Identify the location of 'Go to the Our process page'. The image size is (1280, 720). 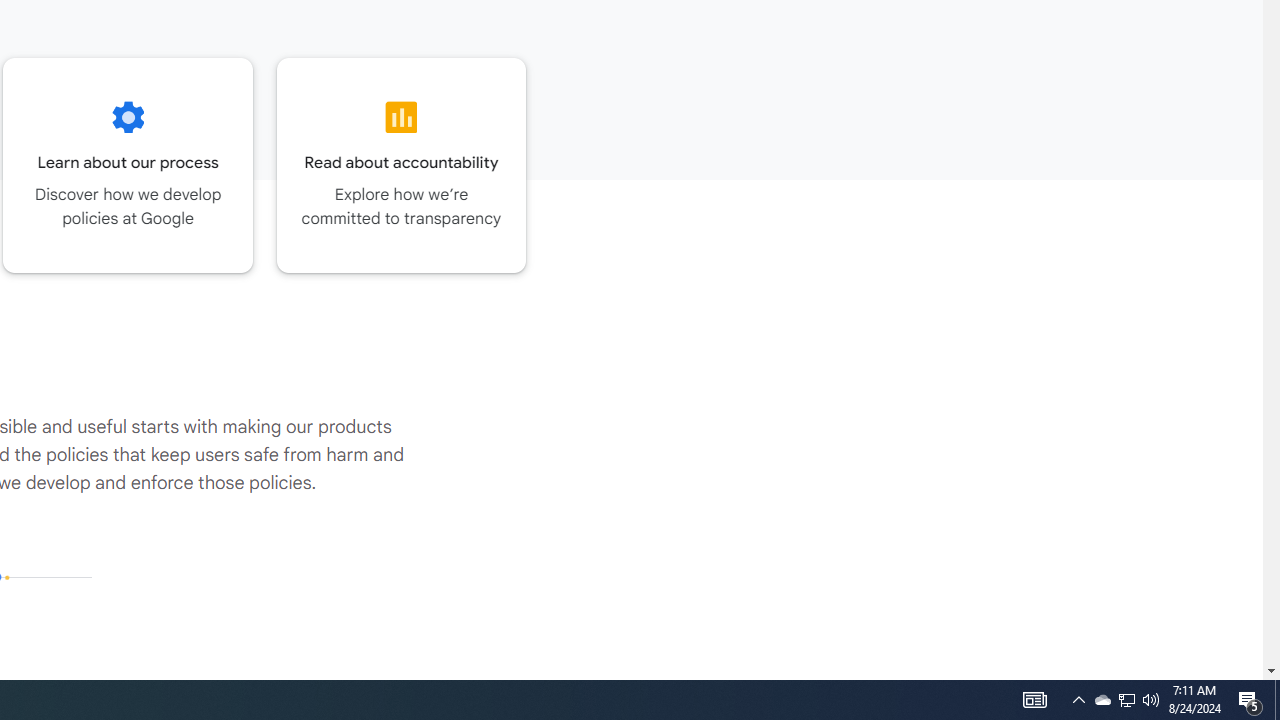
(127, 164).